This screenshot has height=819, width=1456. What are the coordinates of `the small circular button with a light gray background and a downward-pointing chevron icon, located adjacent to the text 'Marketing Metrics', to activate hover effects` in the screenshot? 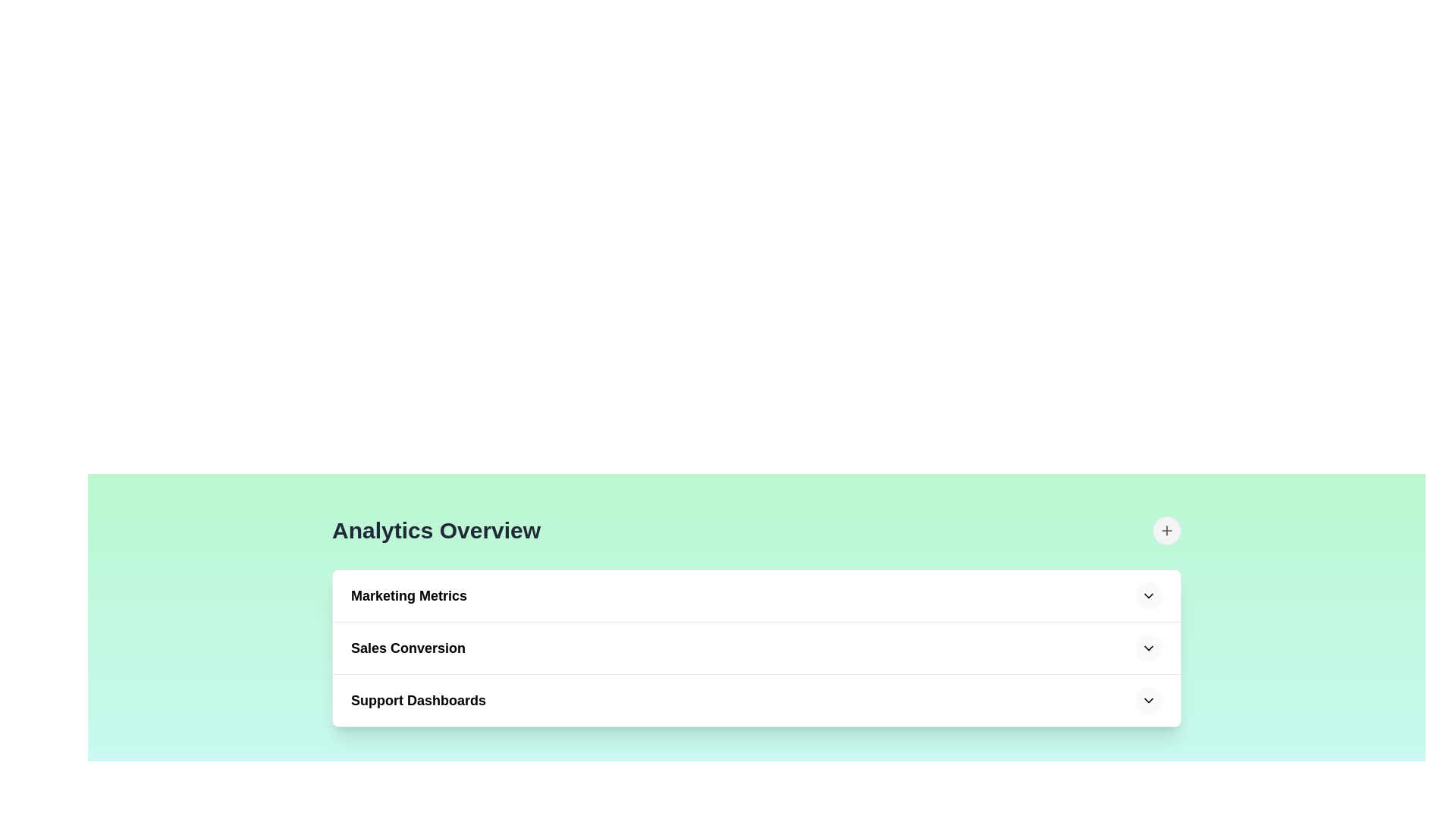 It's located at (1149, 595).